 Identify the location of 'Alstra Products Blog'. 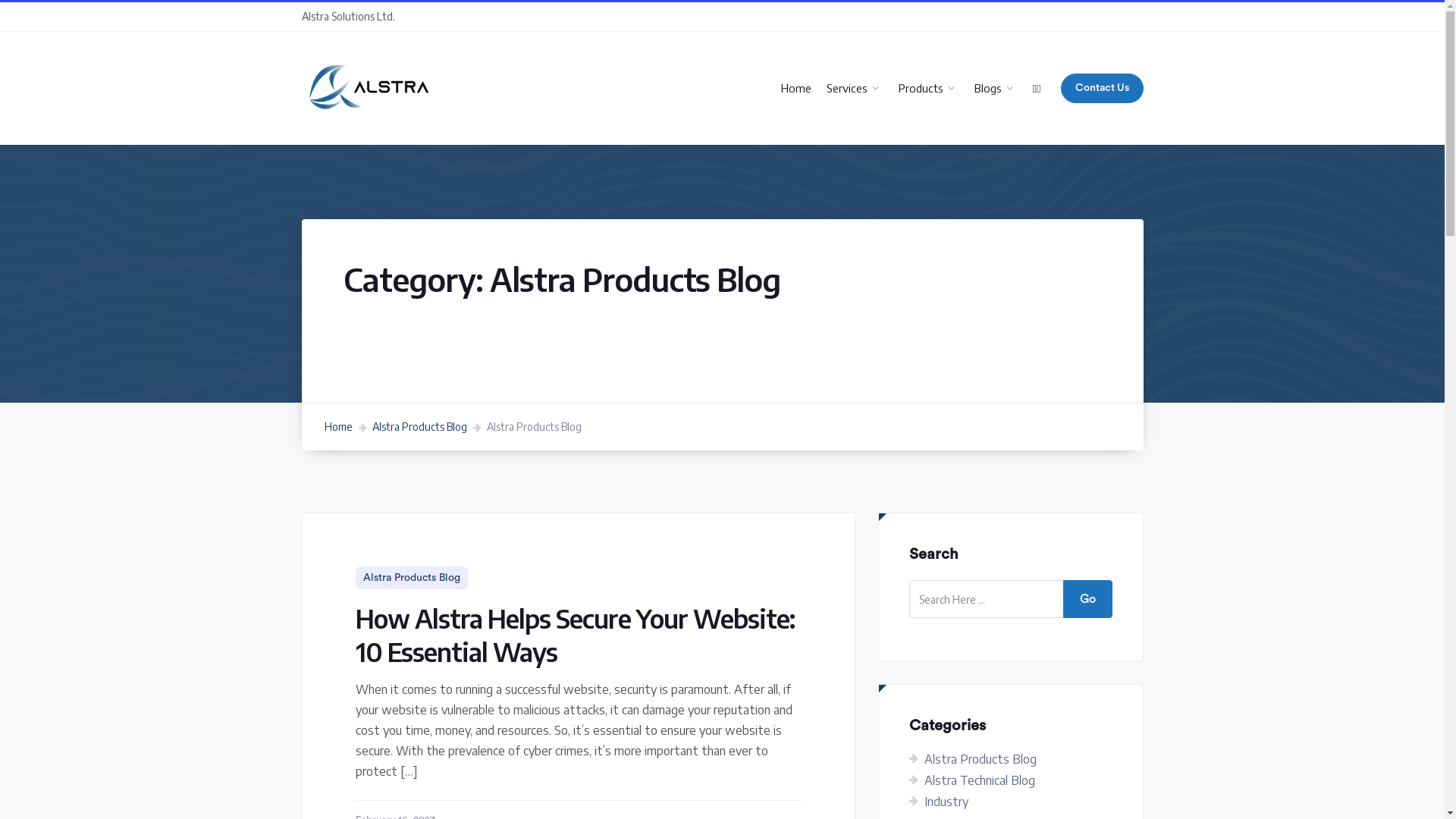
(371, 426).